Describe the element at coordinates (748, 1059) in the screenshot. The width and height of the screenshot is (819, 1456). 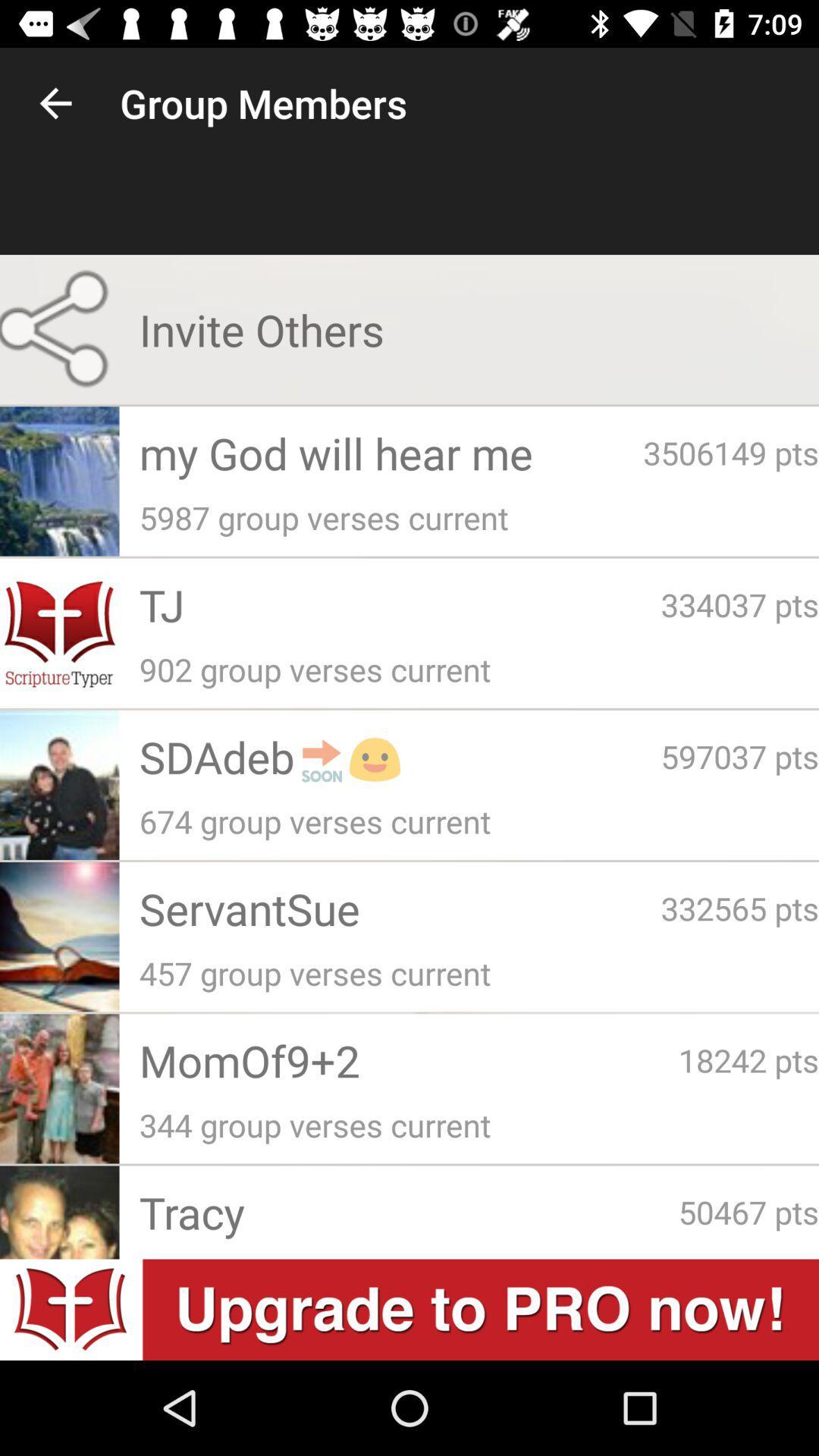
I see `item next to the momof9+2 app` at that location.